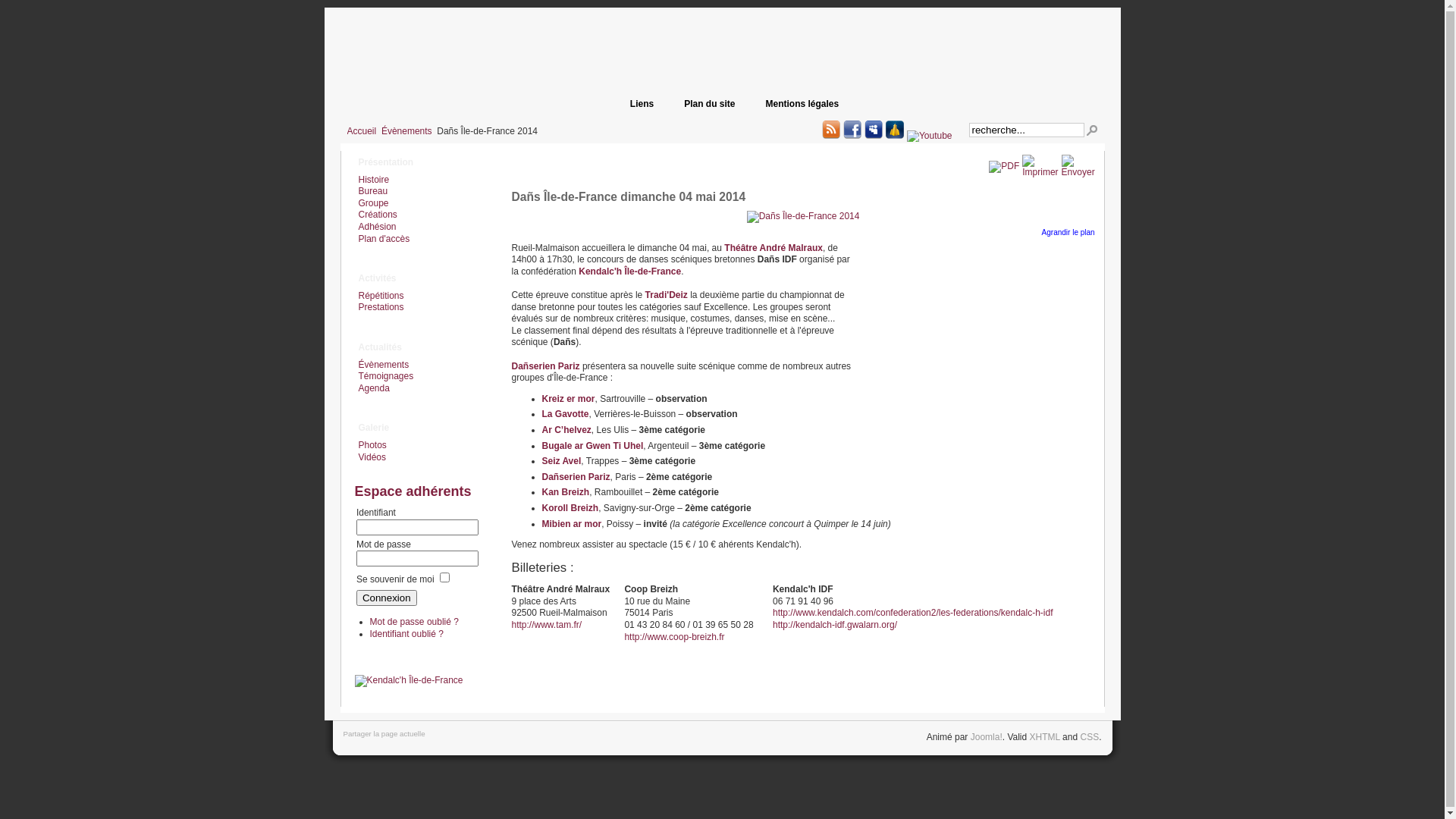  What do you see at coordinates (541, 397) in the screenshot?
I see `'Kreiz er mor'` at bounding box center [541, 397].